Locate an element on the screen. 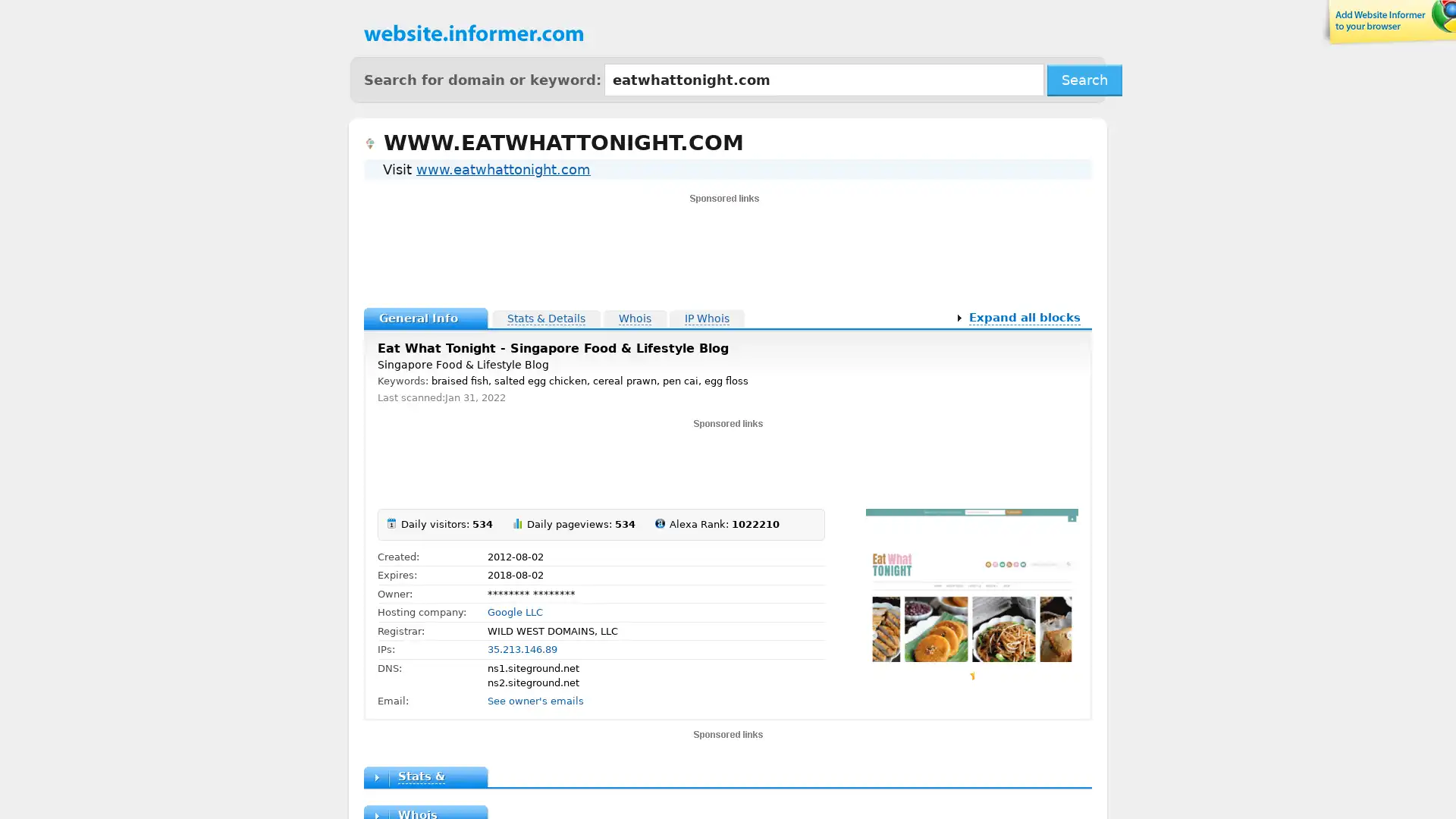  Search is located at coordinates (1084, 79).